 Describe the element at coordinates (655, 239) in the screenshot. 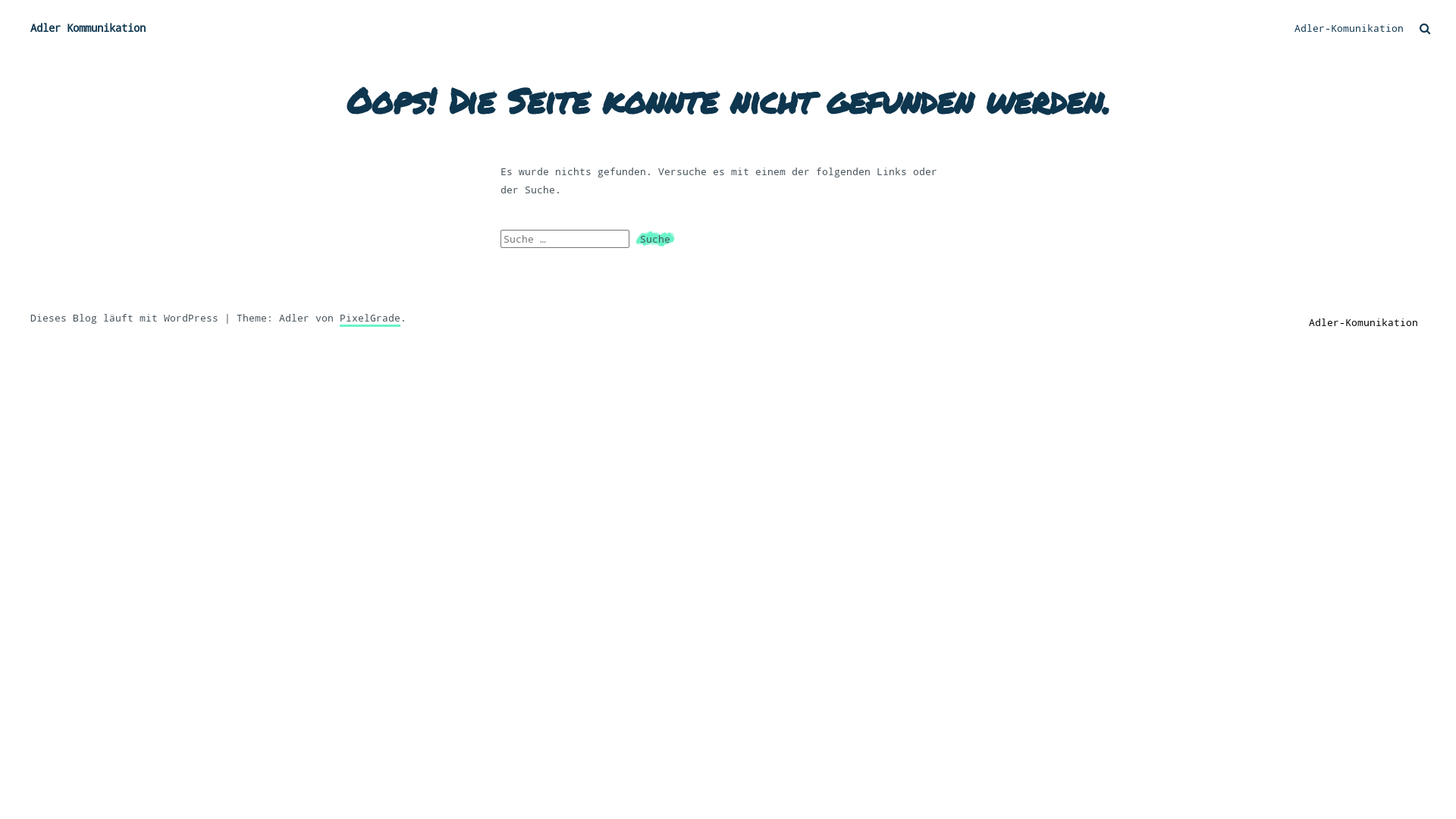

I see `'Suche'` at that location.